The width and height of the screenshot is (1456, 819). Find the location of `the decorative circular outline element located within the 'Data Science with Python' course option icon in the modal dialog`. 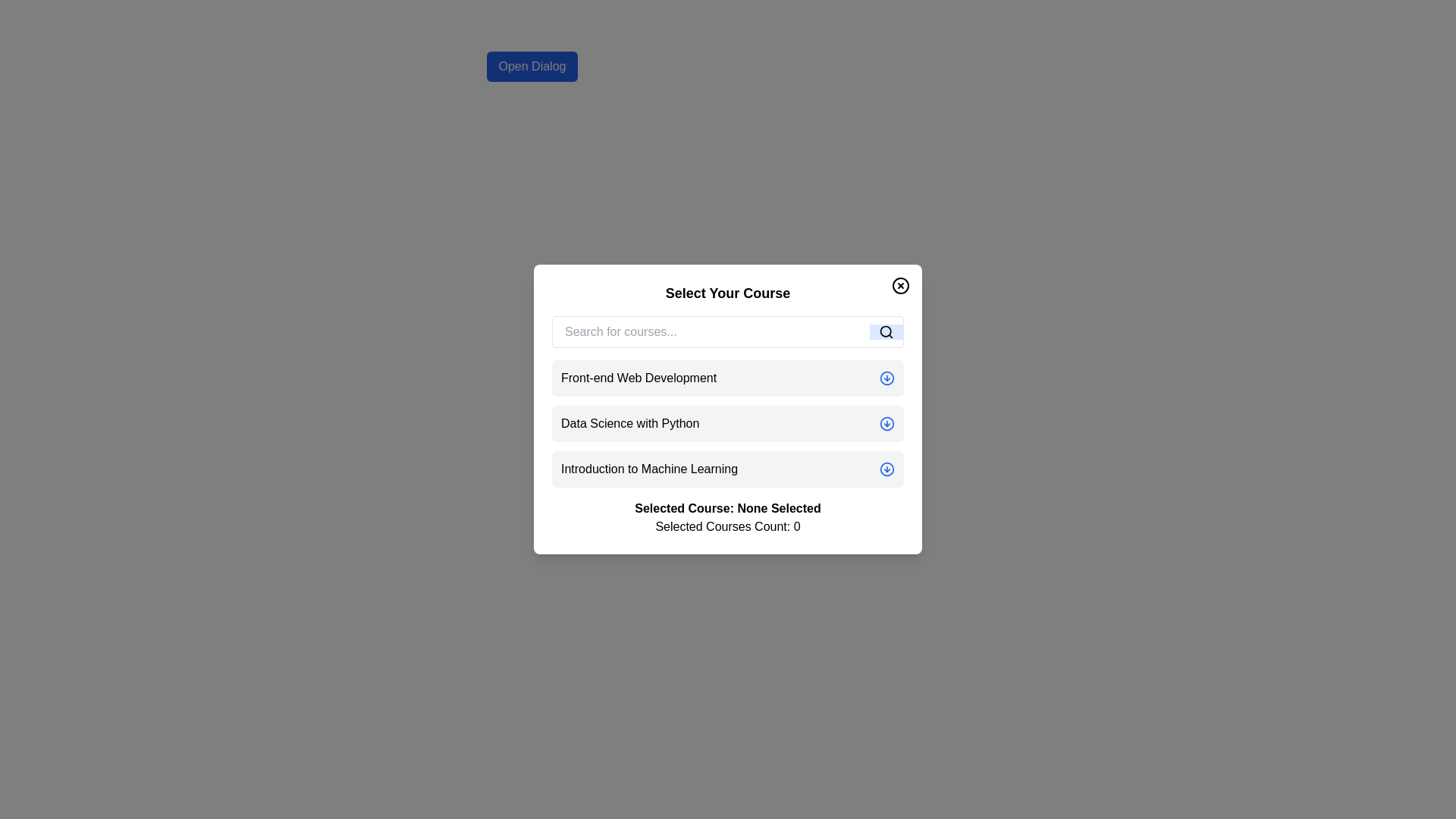

the decorative circular outline element located within the 'Data Science with Python' course option icon in the modal dialog is located at coordinates (887, 424).